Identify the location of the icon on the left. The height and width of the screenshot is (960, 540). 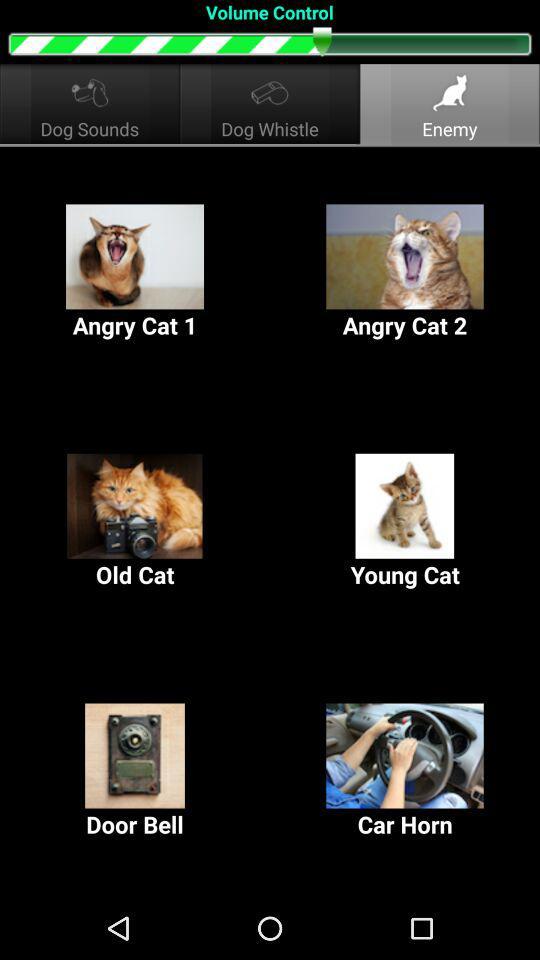
(135, 521).